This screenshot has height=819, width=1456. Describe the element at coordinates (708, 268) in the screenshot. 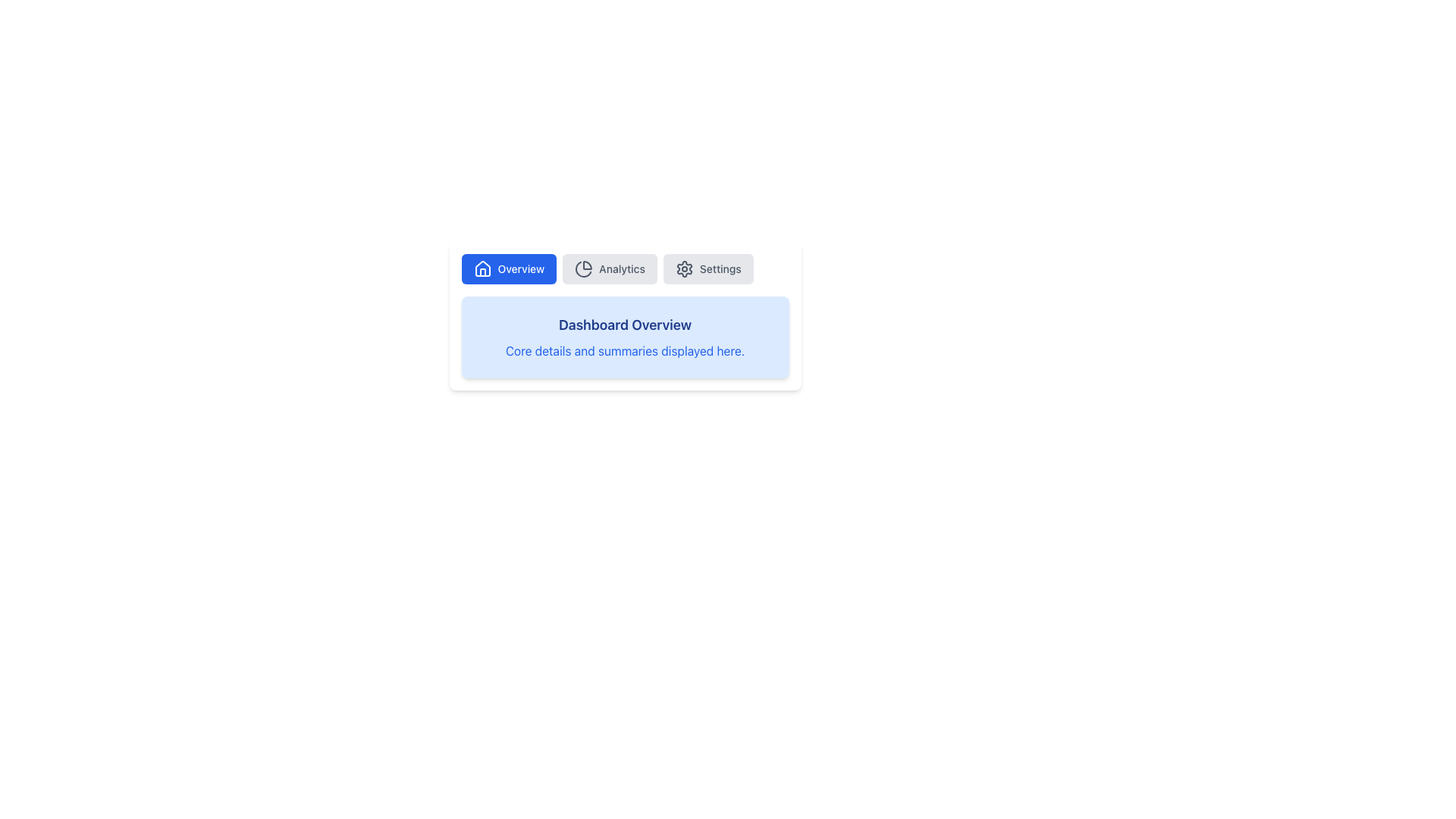

I see `the 'Settings' button, which is a rectangular button with rounded corners, light gray background, dark gray text, and a gear icon` at that location.